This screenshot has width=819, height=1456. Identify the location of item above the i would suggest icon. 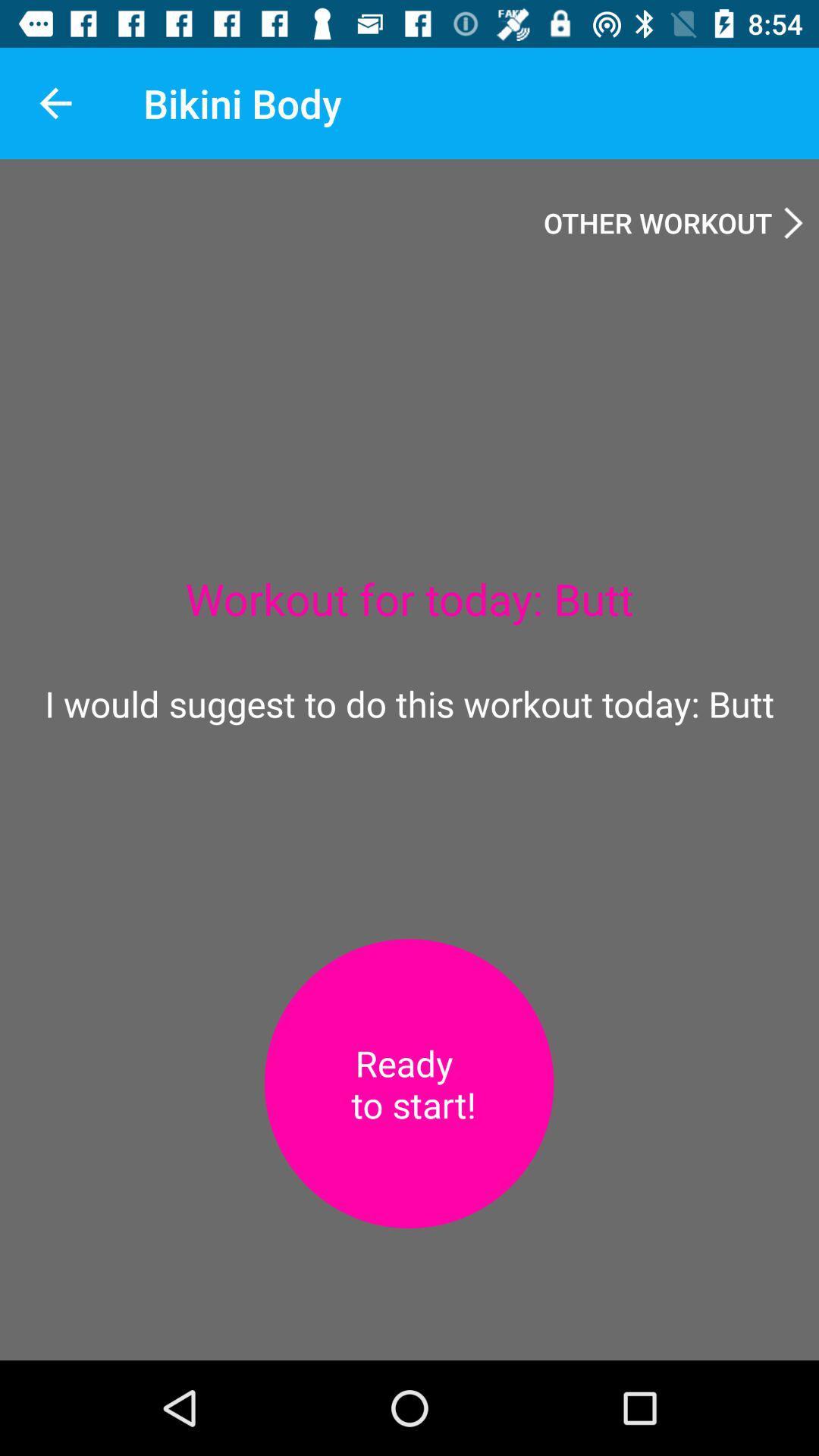
(55, 102).